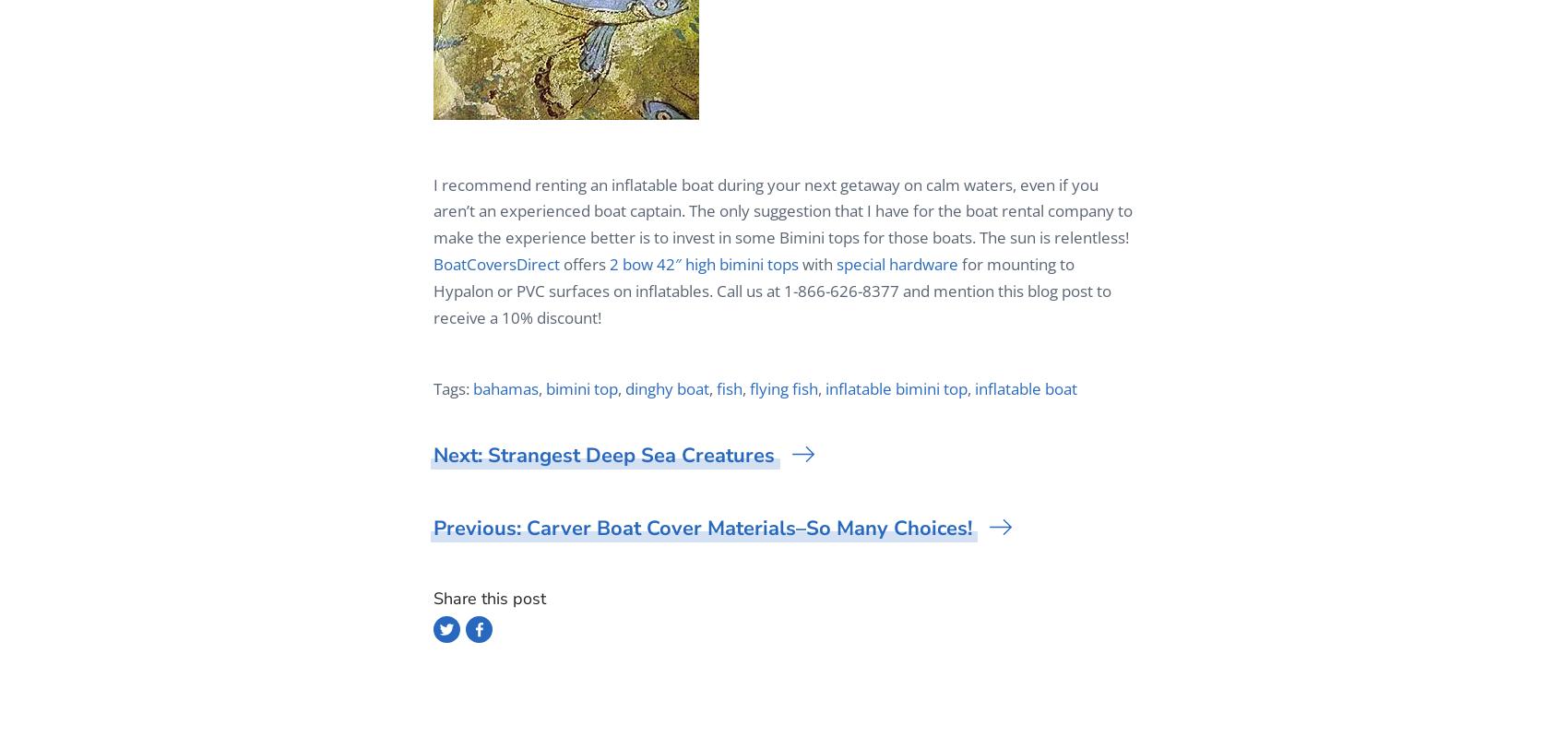 This screenshot has width=1568, height=749. What do you see at coordinates (434, 291) in the screenshot?
I see `'for mounting to Hypalon or PVC surfaces on inflatables. Call us at 1-866-626-8377 and mention this blog post to receive a 10% discount!'` at bounding box center [434, 291].